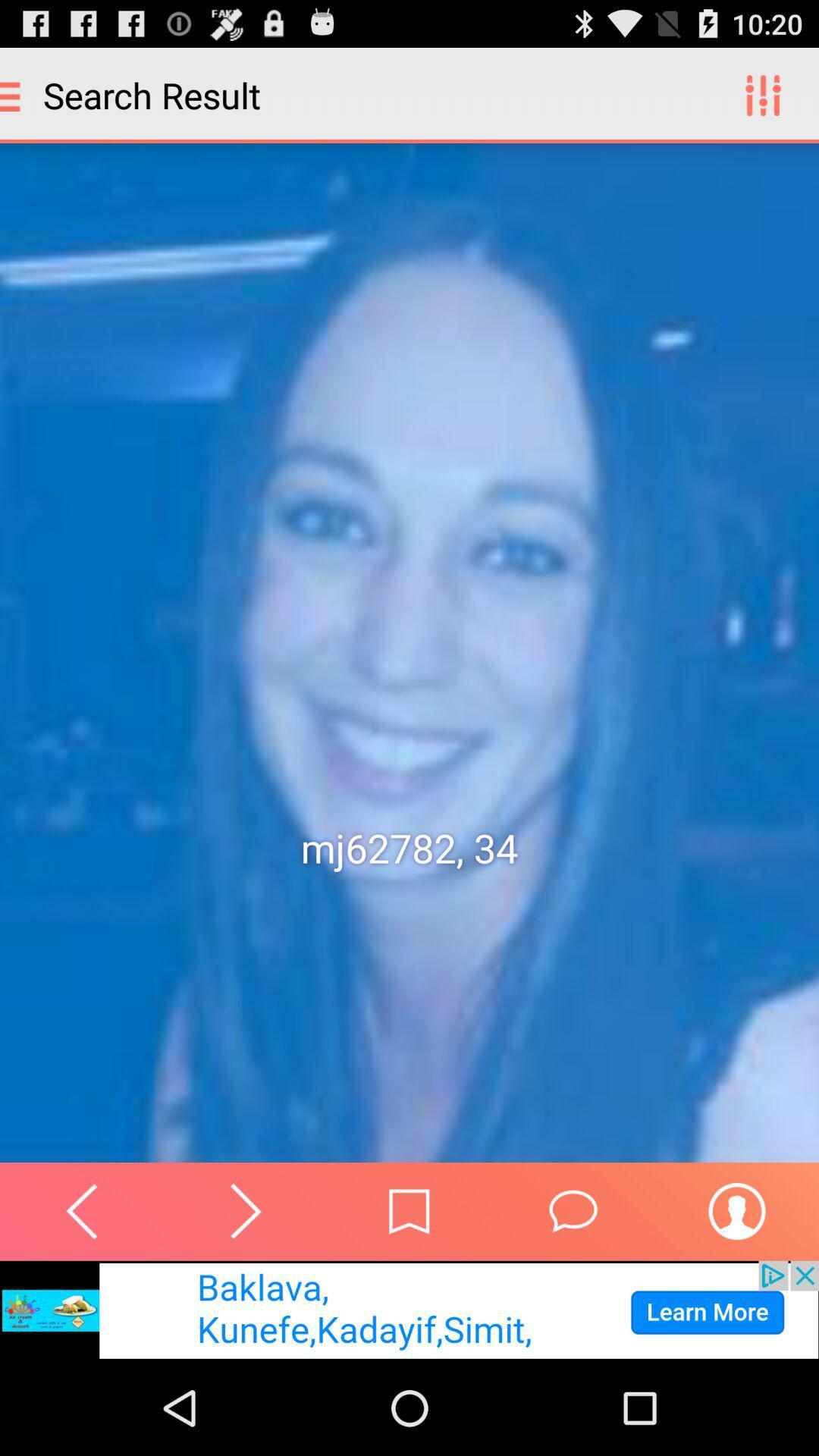 This screenshot has height=1456, width=819. What do you see at coordinates (736, 1210) in the screenshot?
I see `open persons information` at bounding box center [736, 1210].